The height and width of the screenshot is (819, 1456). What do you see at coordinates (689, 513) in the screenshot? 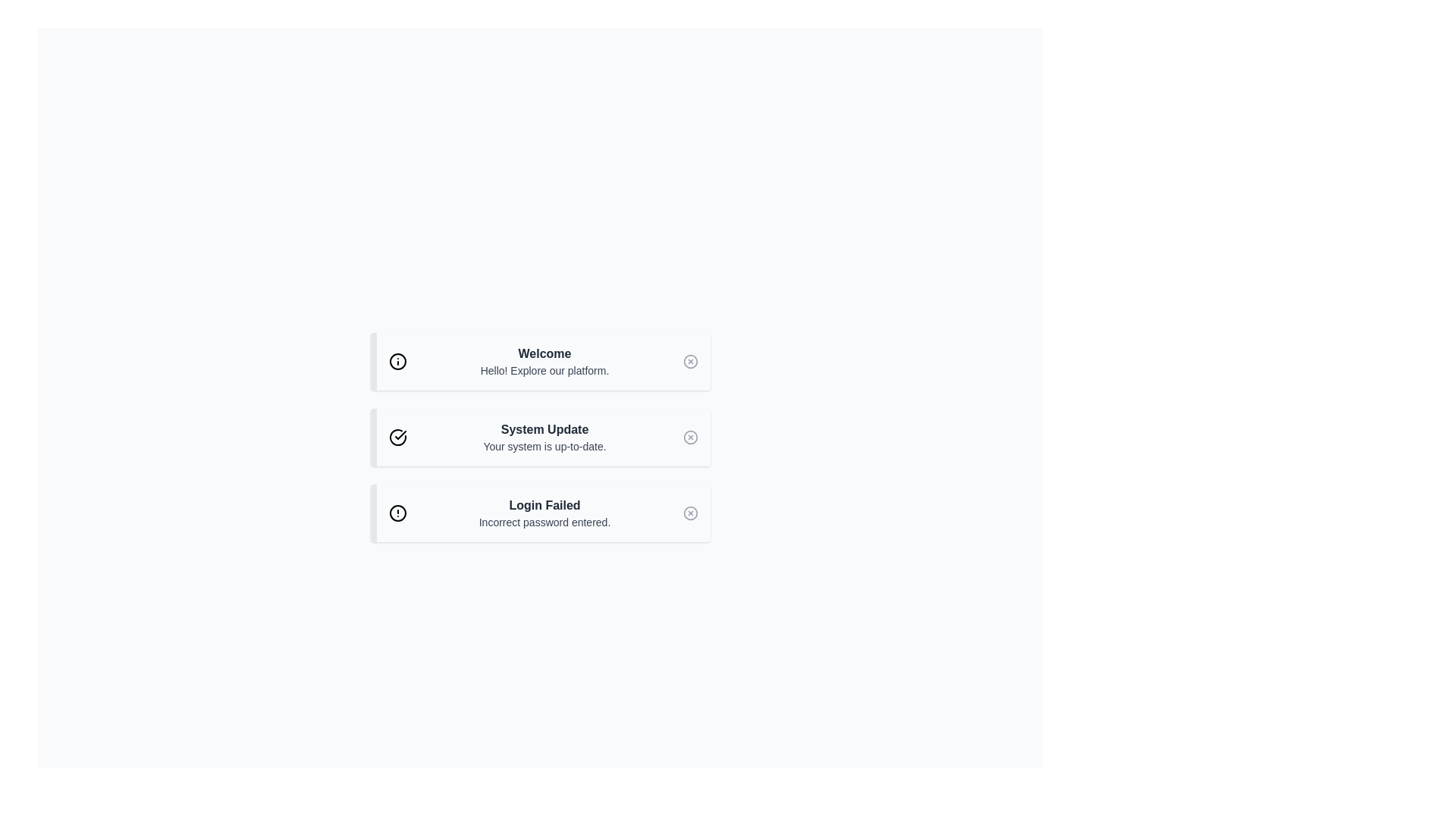
I see `the graphical icon element (circle) indicating 'Login Failed' status, located within the notification card near its right edge` at bounding box center [689, 513].